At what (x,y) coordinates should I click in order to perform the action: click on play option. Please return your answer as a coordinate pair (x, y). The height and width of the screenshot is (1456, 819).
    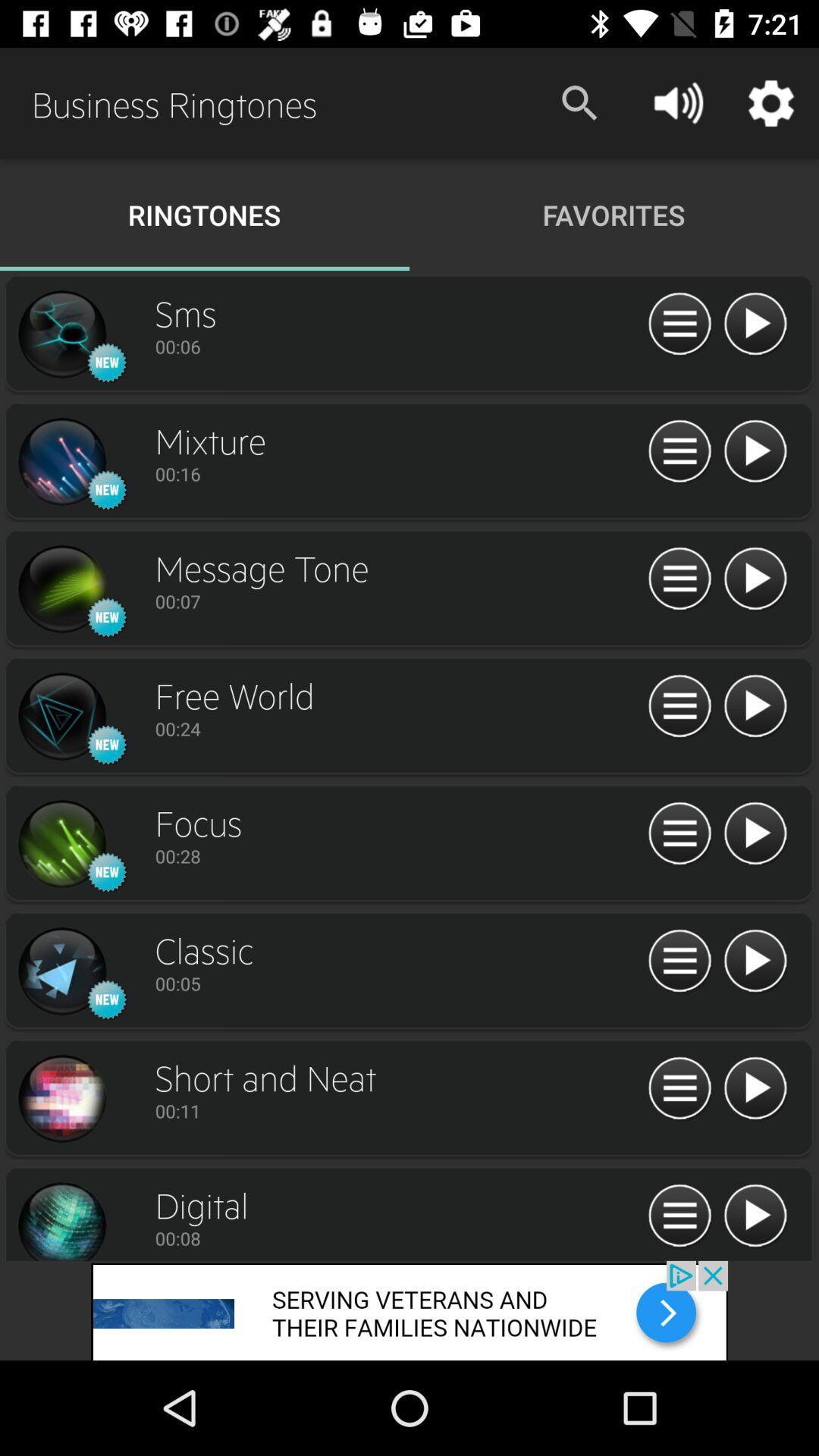
    Looking at the image, I should click on (755, 833).